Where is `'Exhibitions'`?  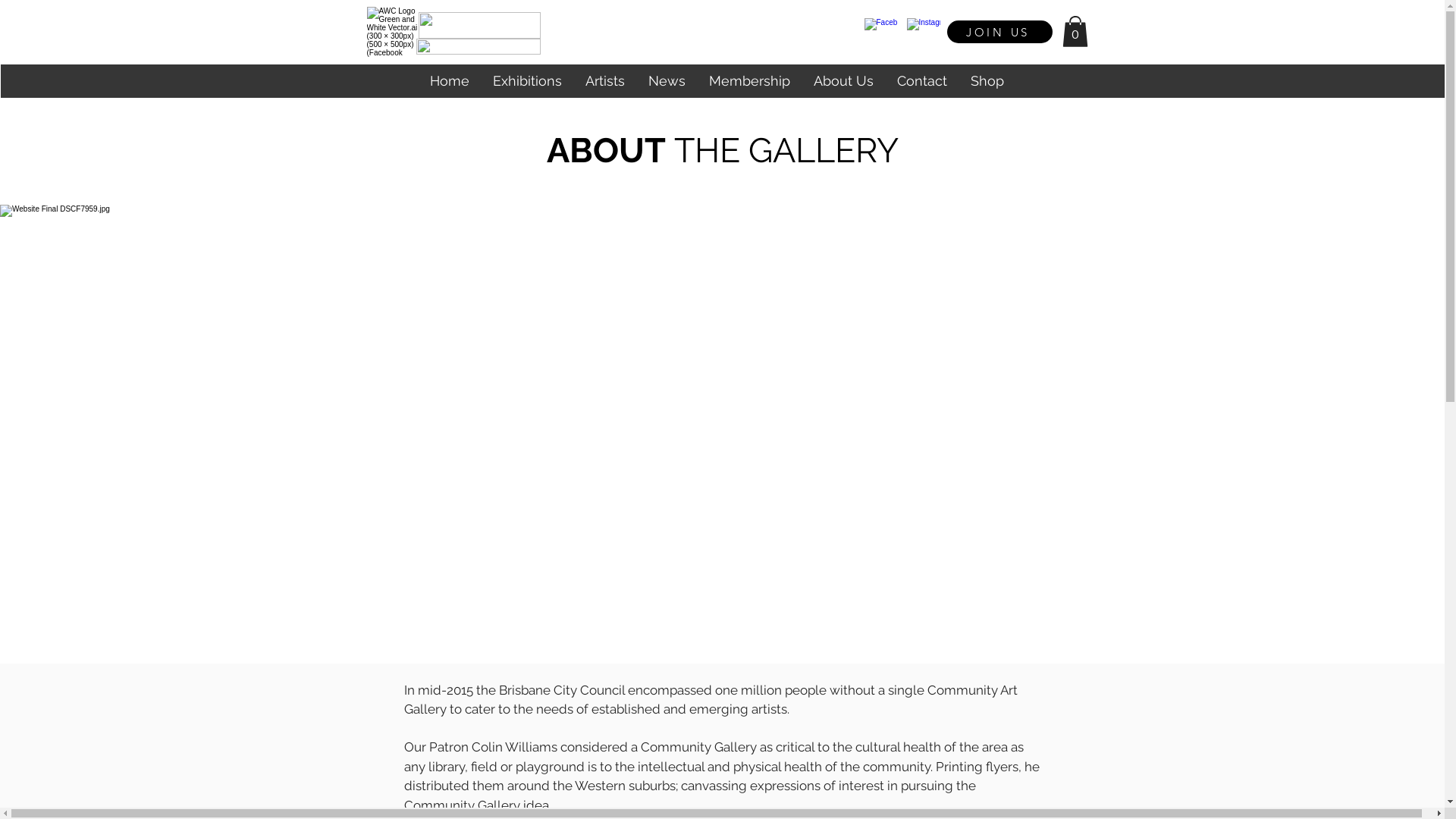
'Exhibitions' is located at coordinates (527, 81).